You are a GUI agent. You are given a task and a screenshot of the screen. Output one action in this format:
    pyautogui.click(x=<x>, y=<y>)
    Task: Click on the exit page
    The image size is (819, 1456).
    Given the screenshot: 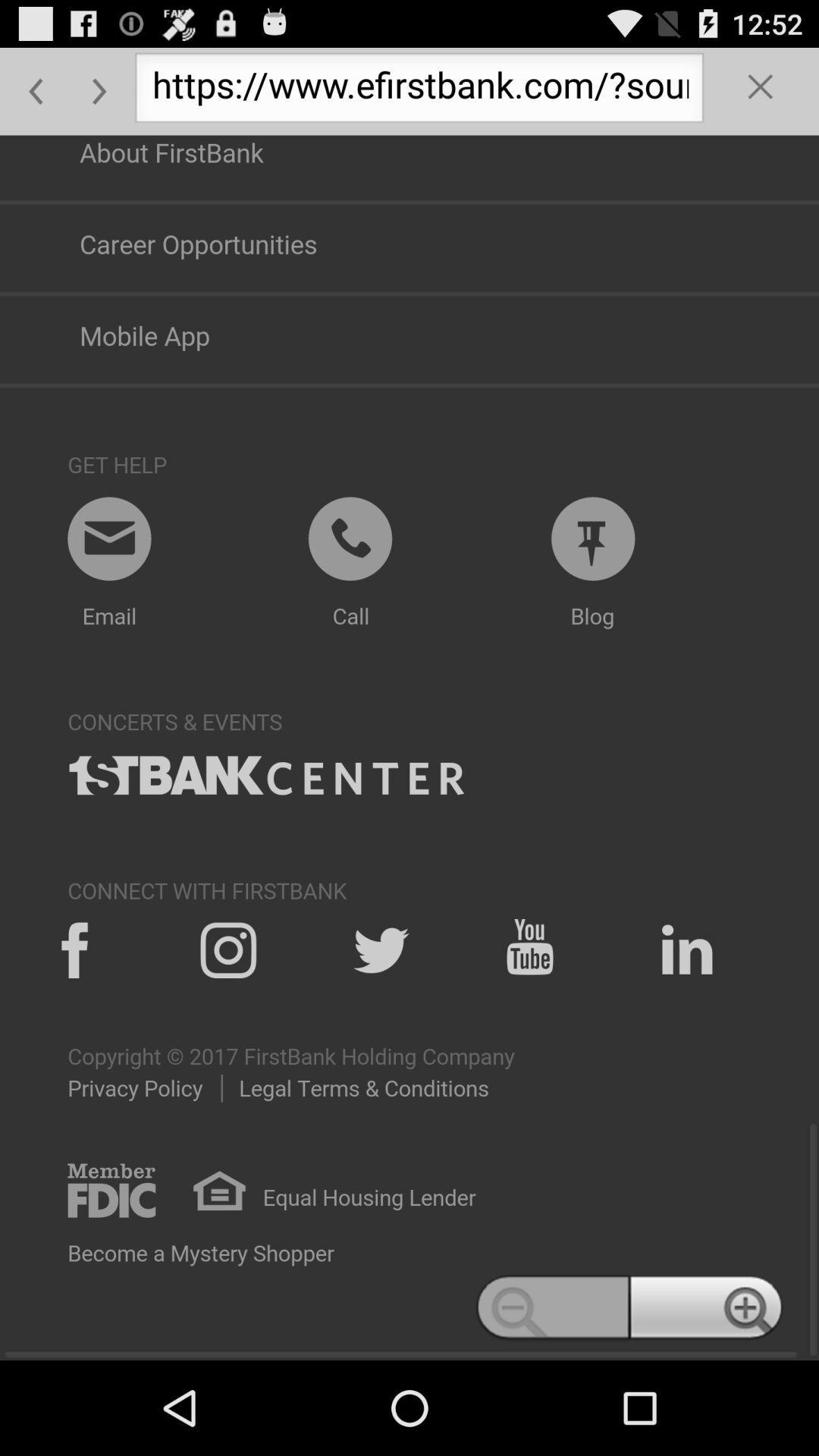 What is the action you would take?
    pyautogui.click(x=761, y=90)
    